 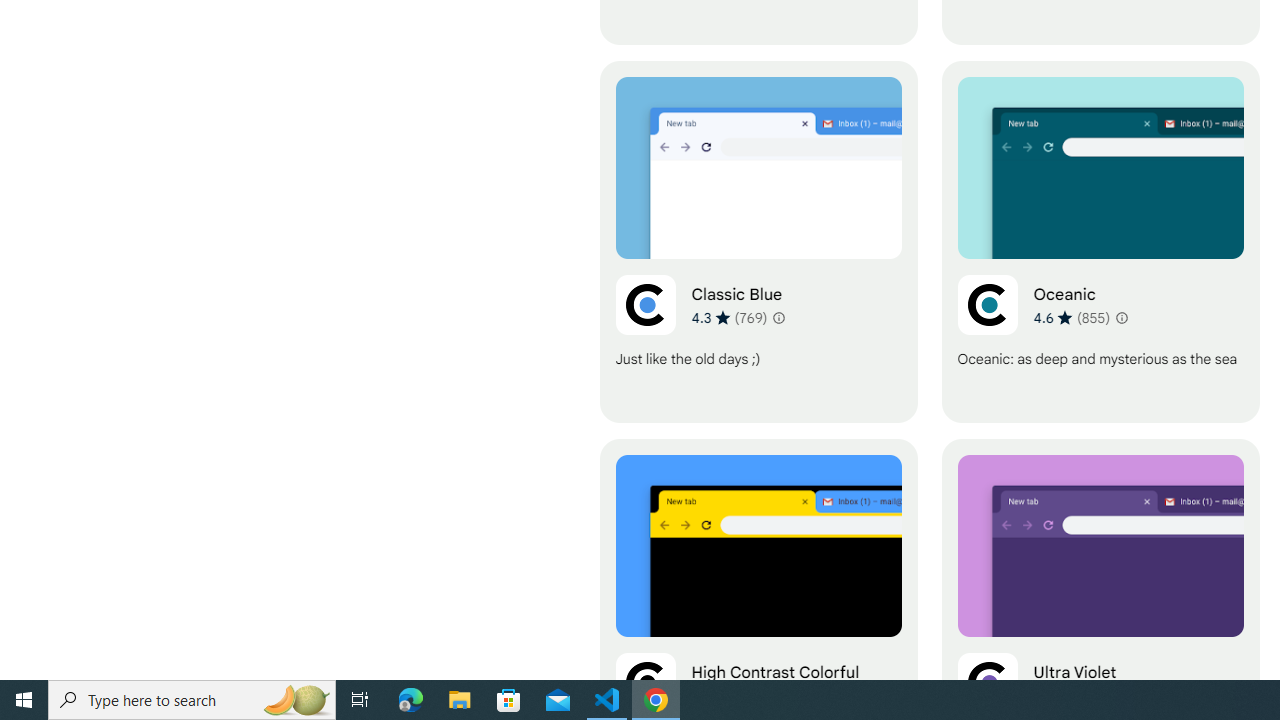 I want to click on 'Average rating 4.3 out of 5 stars. 769 ratings.', so click(x=728, y=316).